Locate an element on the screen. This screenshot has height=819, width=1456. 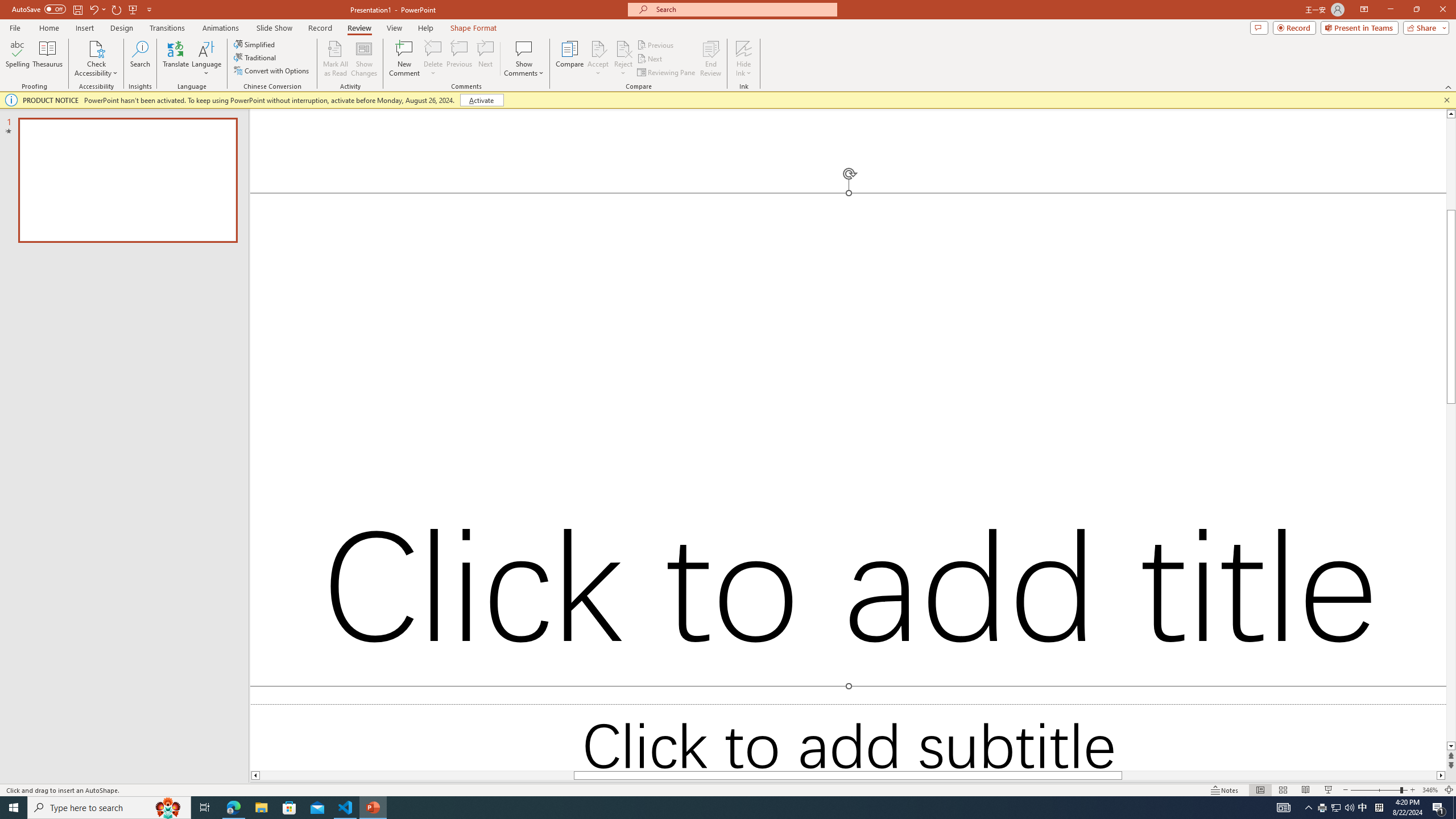
'Thesaurus...' is located at coordinates (47, 59).